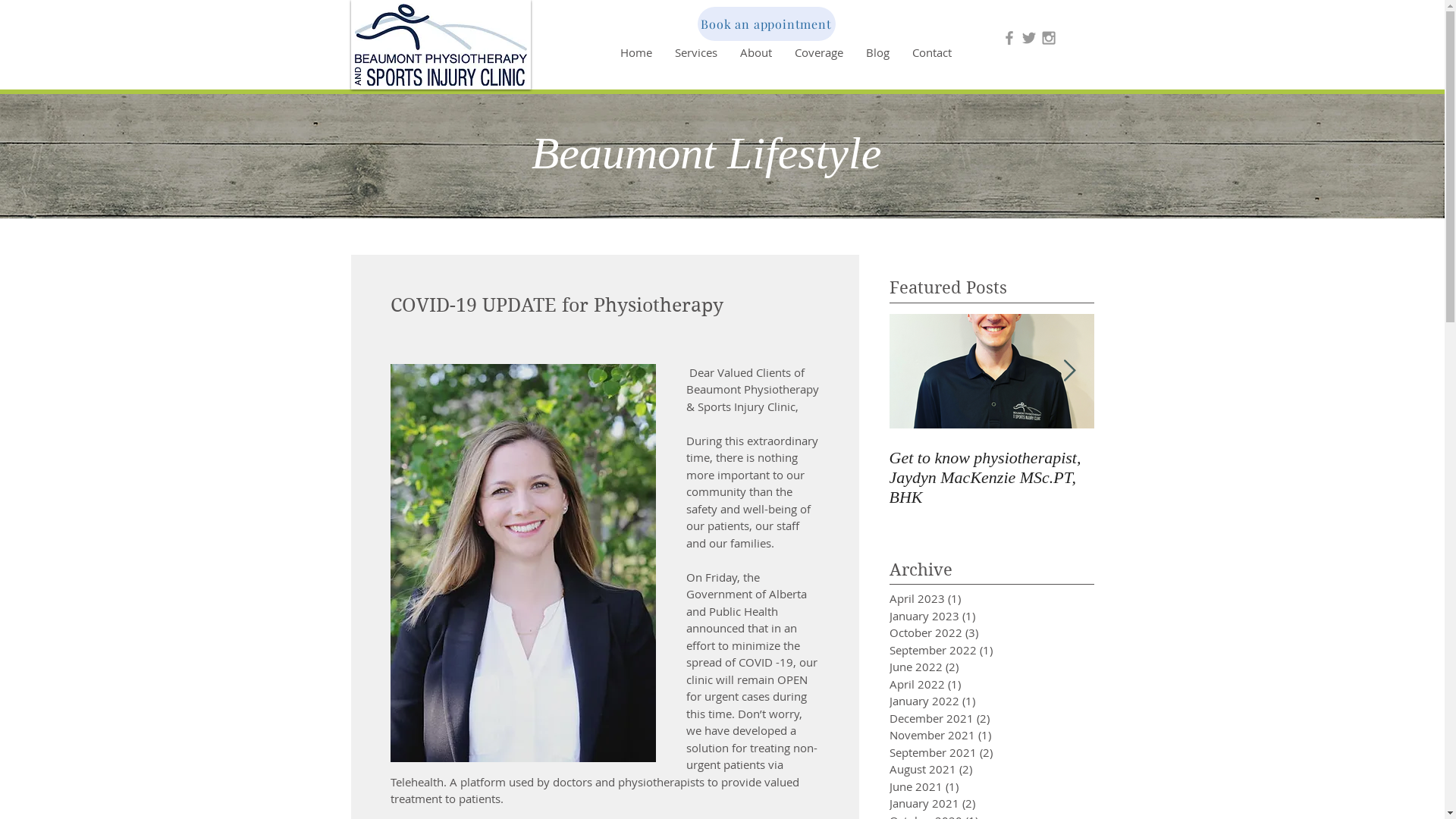 The image size is (1456, 819). I want to click on 'October 2022 (3)', so click(967, 632).